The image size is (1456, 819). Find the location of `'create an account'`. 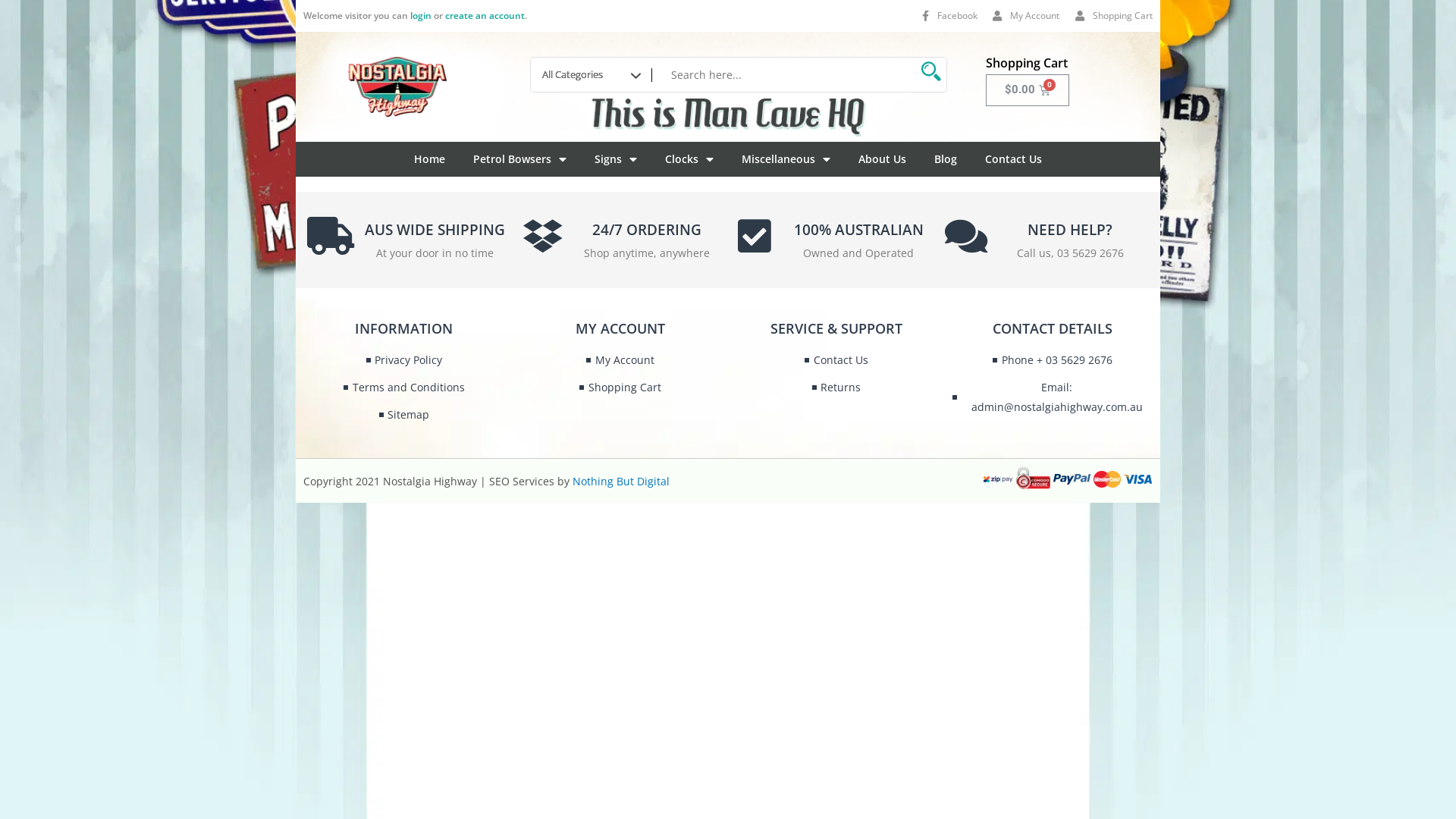

'create an account' is located at coordinates (484, 15).